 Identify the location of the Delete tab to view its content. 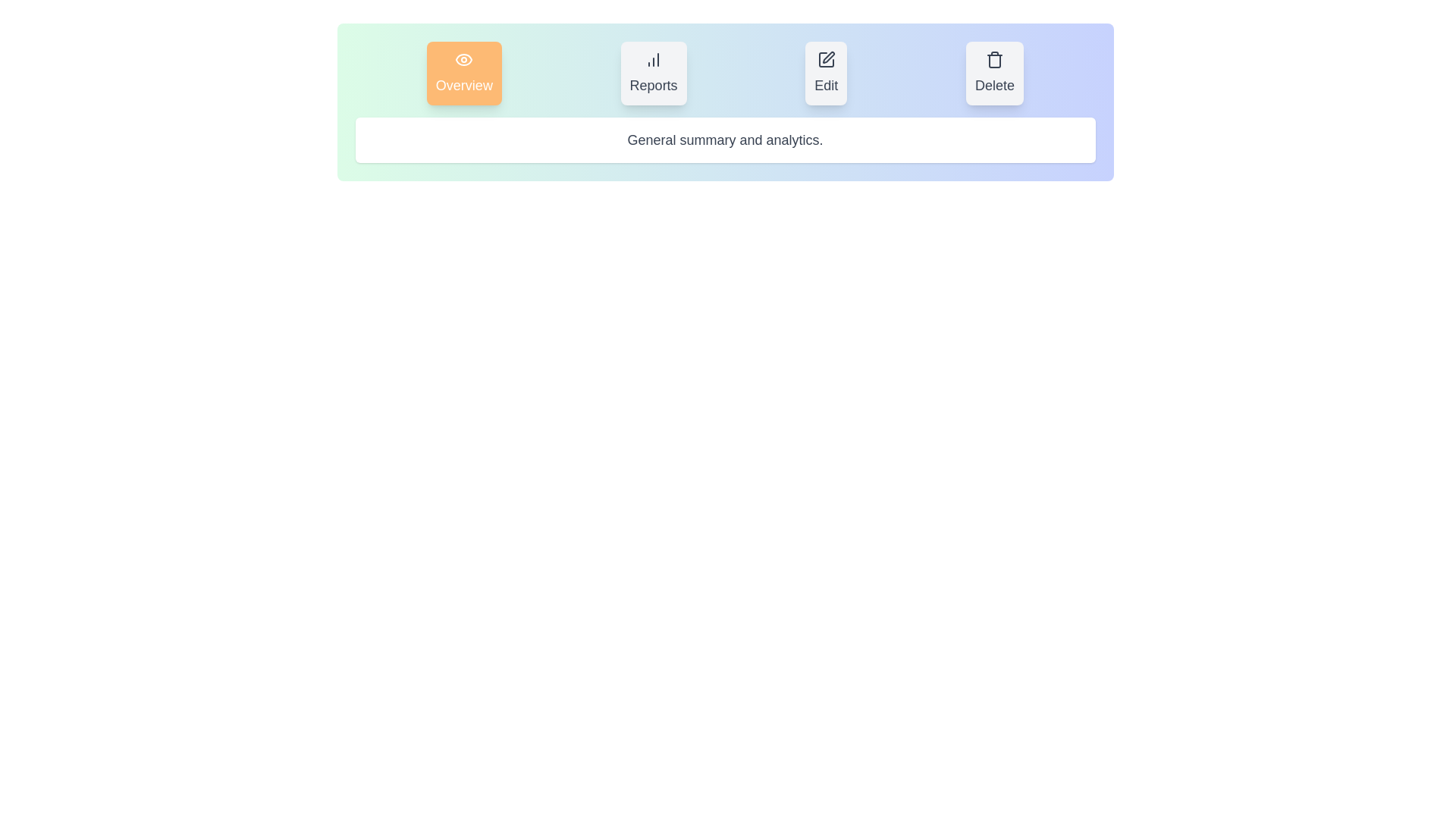
(995, 73).